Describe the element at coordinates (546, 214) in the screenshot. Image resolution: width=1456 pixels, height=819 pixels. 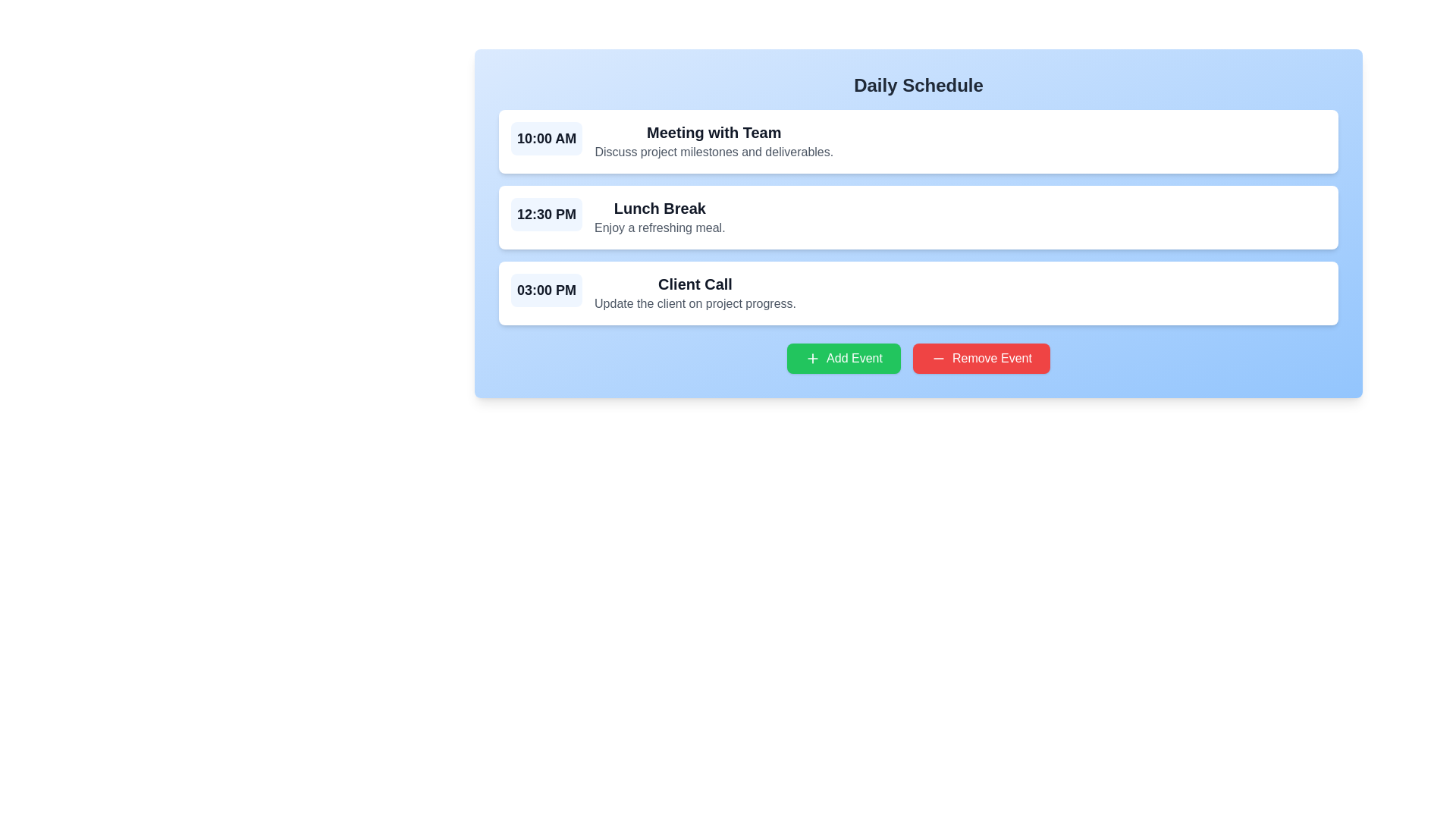
I see `the time displayed in the text label showing '12:30 PM' in bold on the left side of the 'Lunch Break' panel` at that location.